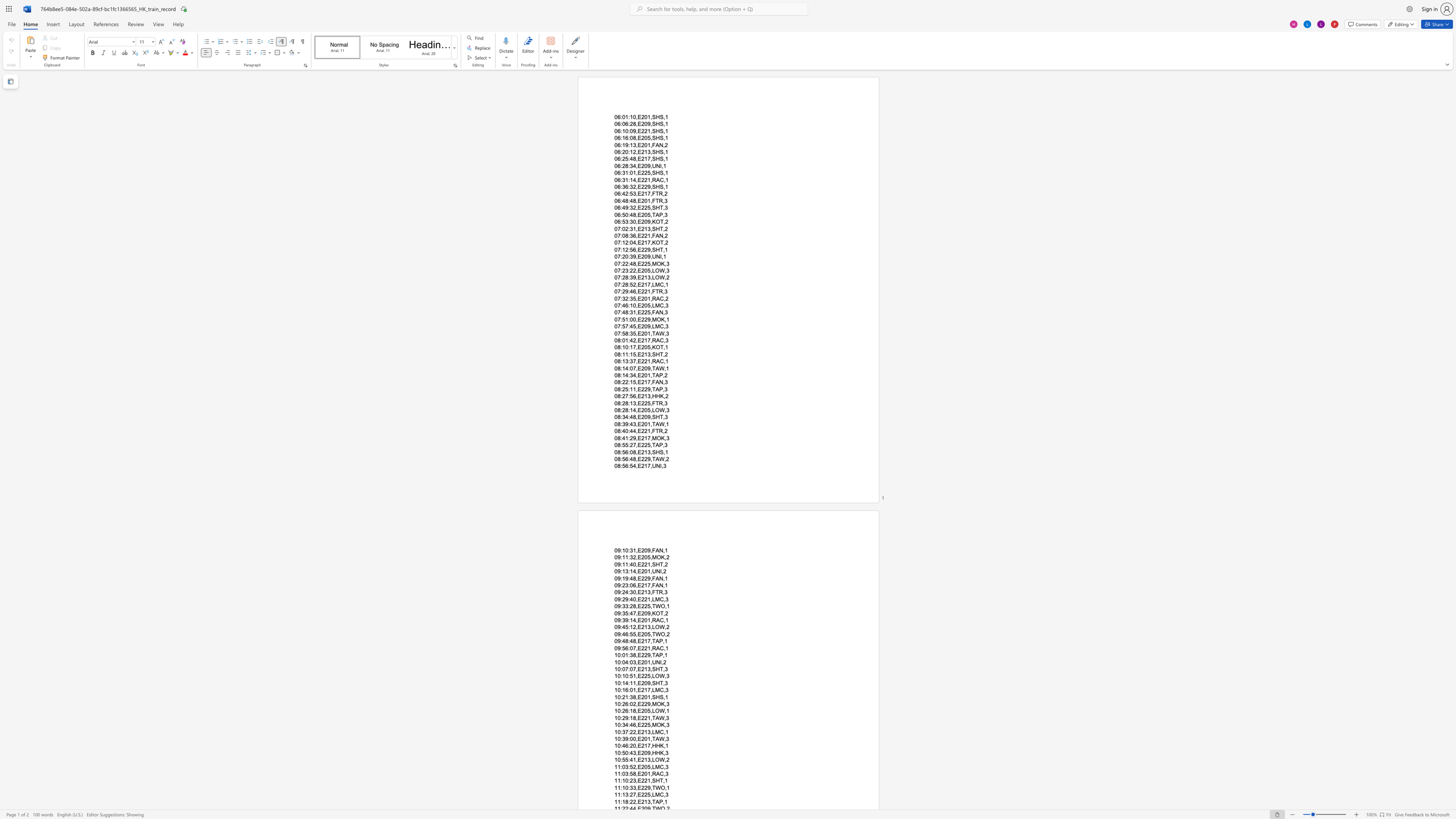 The width and height of the screenshot is (1456, 819). What do you see at coordinates (617, 773) in the screenshot?
I see `the subset text "1:03:58,E201,RAC" within the text "11:03:58,E201,RAC,3"` at bounding box center [617, 773].